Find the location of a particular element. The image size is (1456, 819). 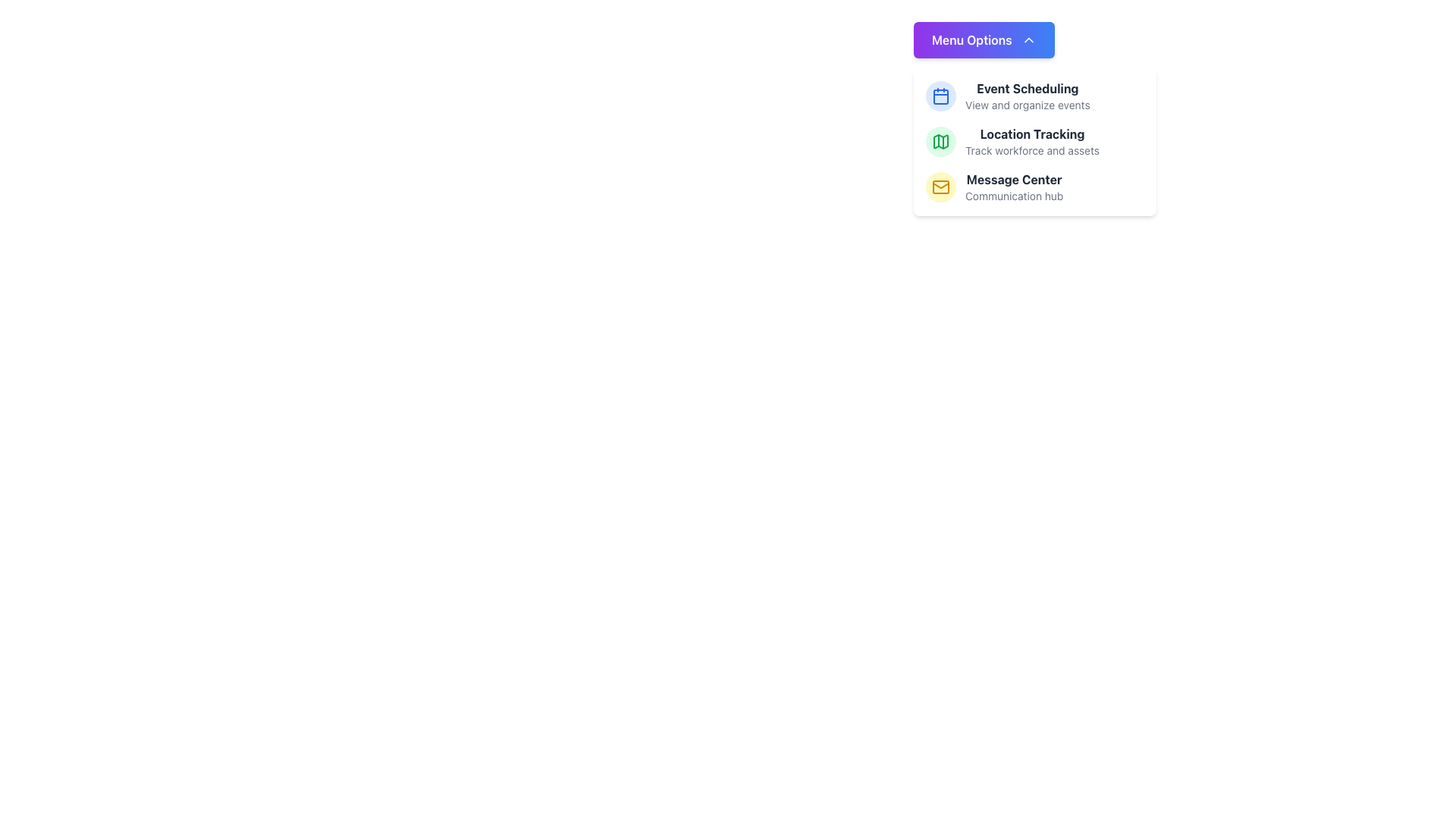

the text-based menu item located under 'Menu Options' is located at coordinates (1031, 141).